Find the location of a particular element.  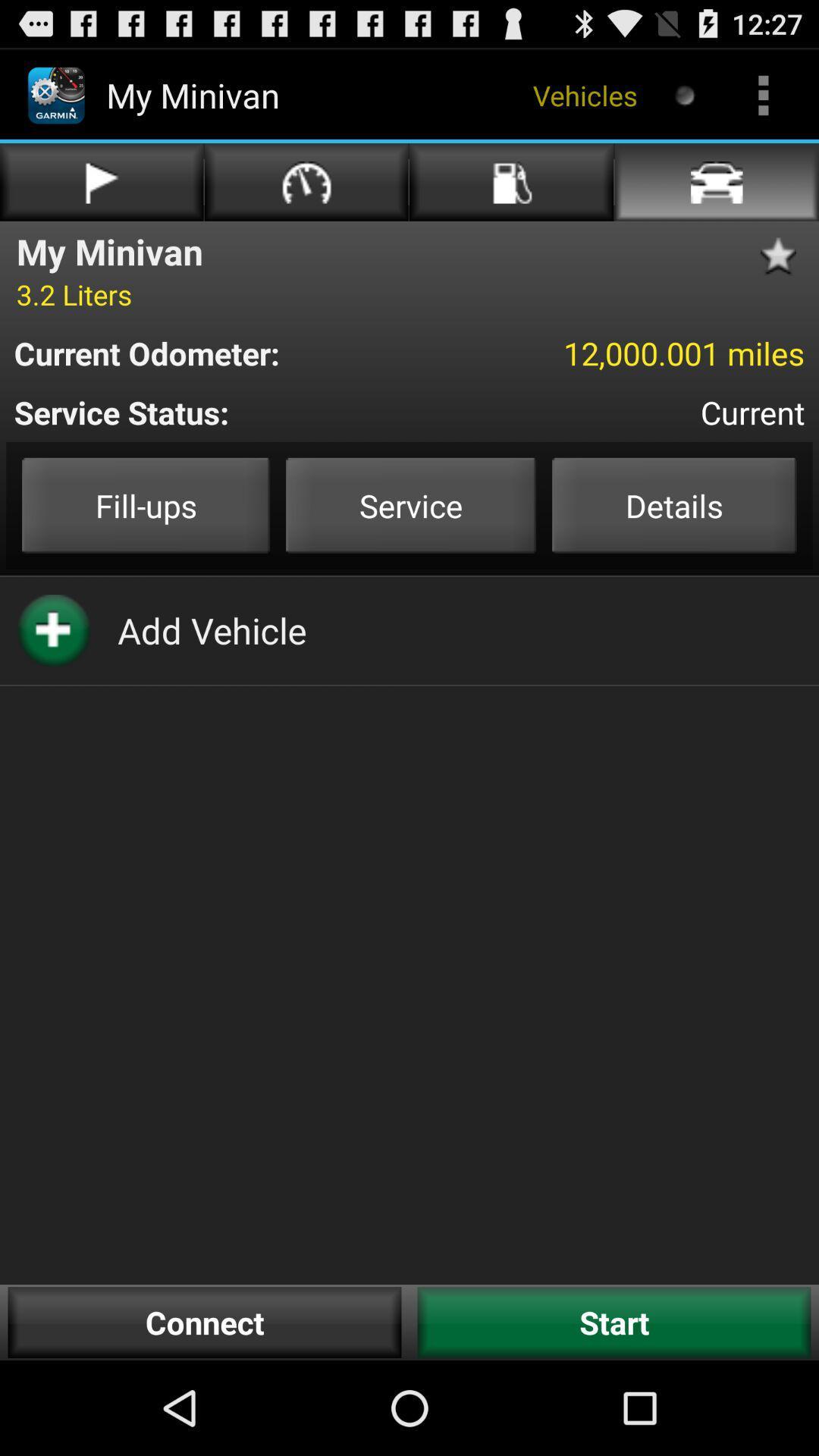

the button next to service is located at coordinates (673, 506).